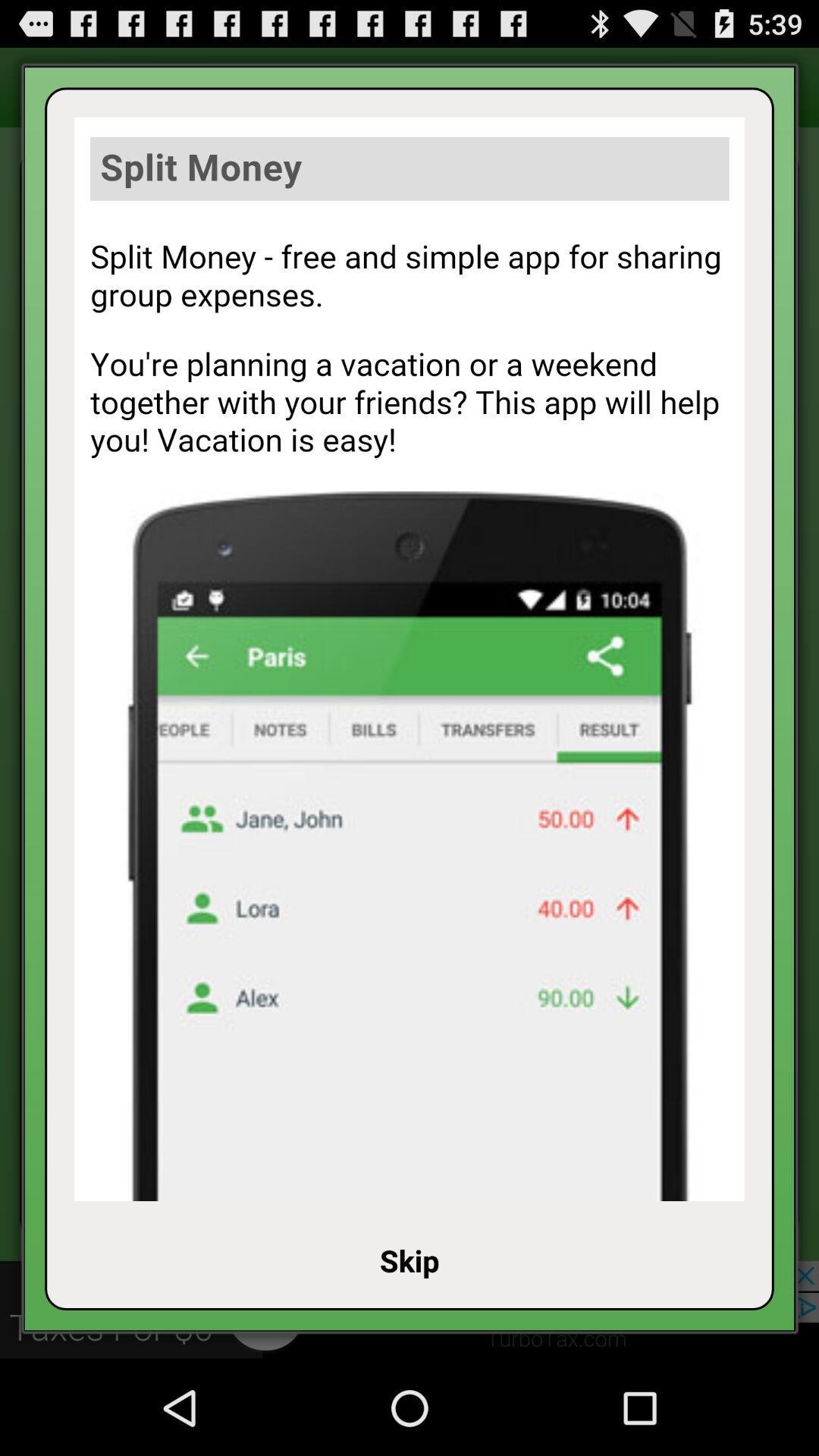 The width and height of the screenshot is (819, 1456). I want to click on t, so click(409, 659).